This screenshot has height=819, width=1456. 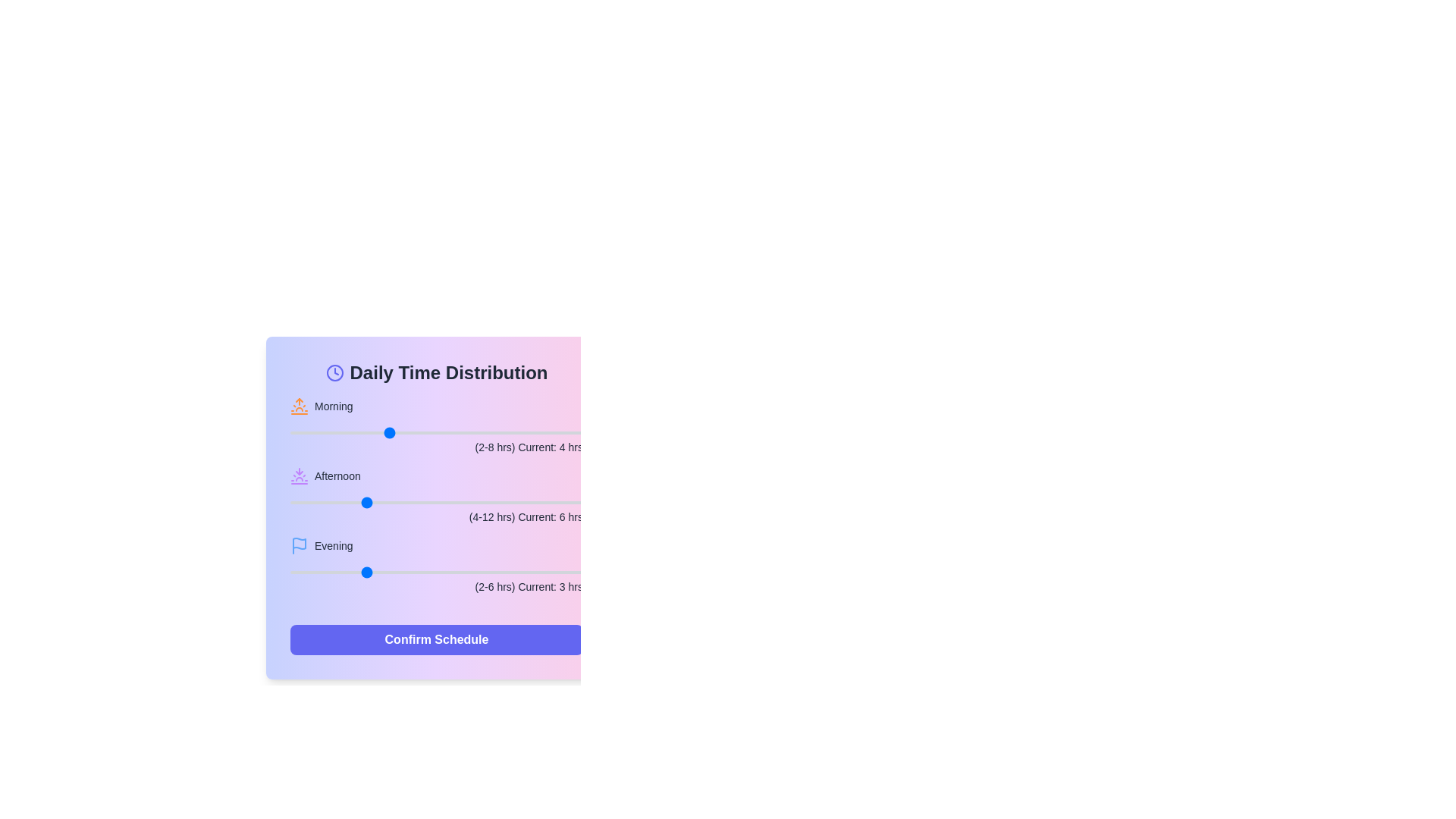 What do you see at coordinates (299, 406) in the screenshot?
I see `the orange sunrise icon located to the left of the 'Morning' text in the 'Daily Time Distribution' section` at bounding box center [299, 406].